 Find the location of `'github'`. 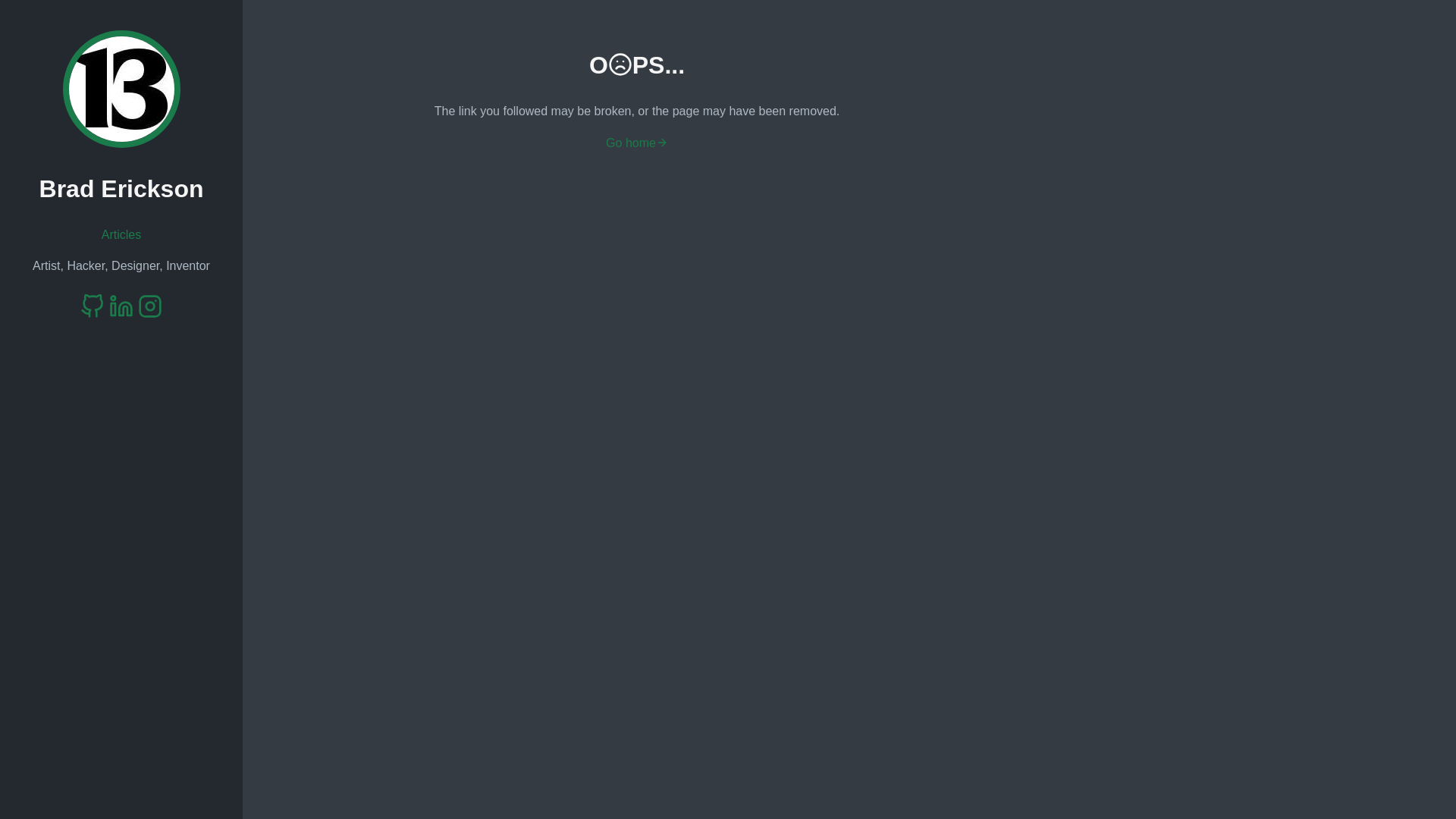

'github' is located at coordinates (91, 307).